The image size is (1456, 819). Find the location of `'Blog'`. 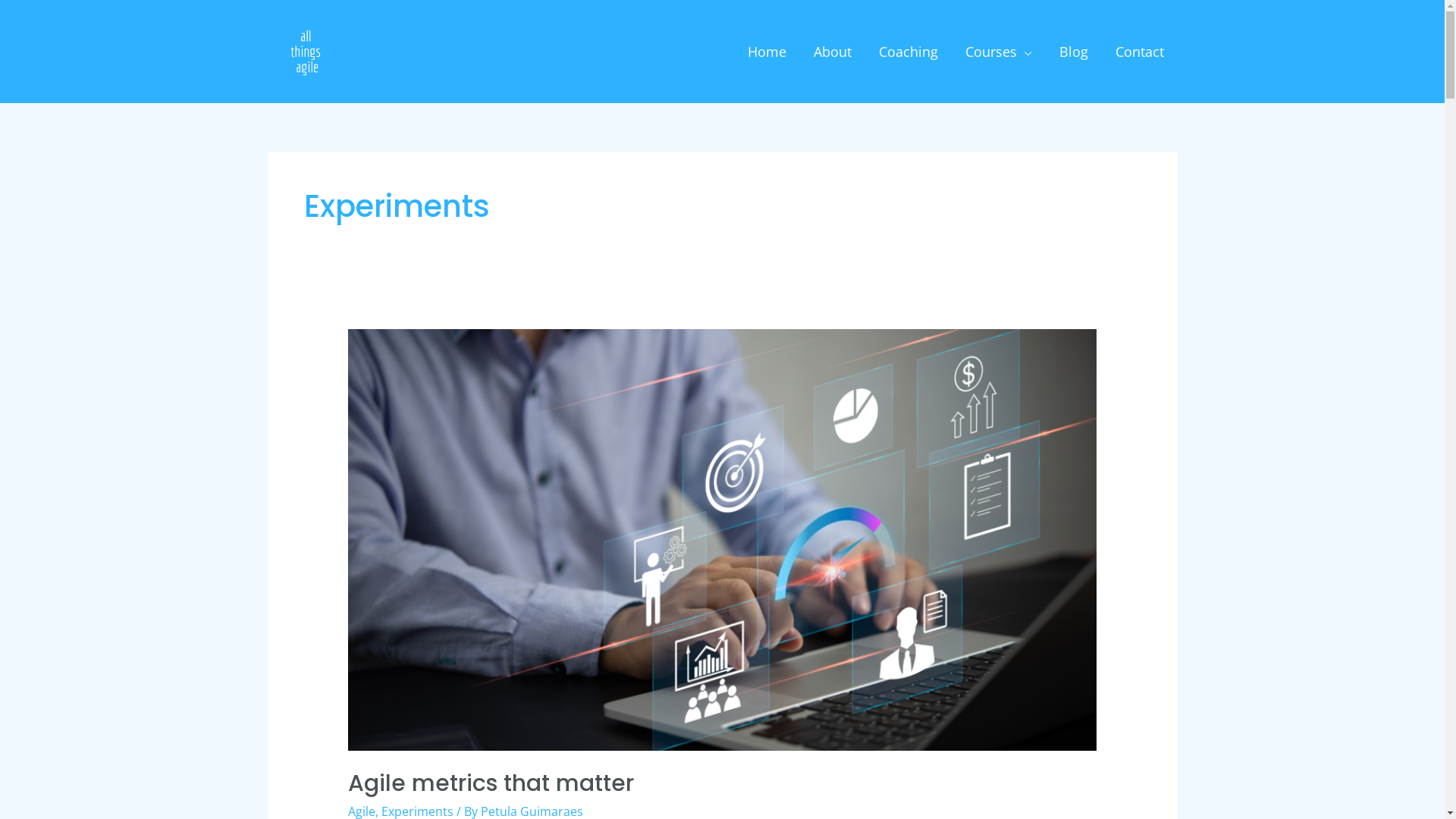

'Blog' is located at coordinates (1072, 51).